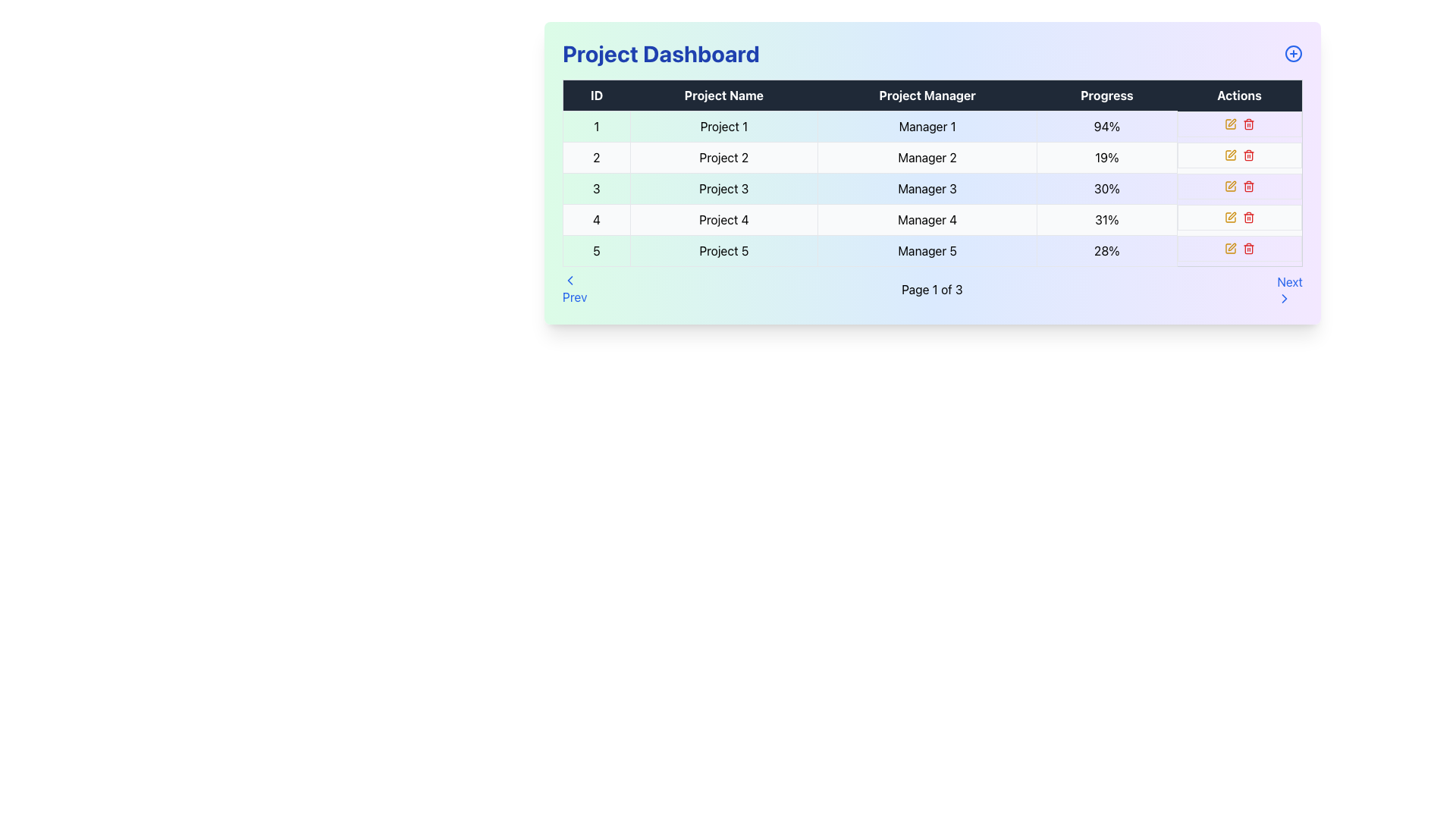  Describe the element at coordinates (723, 250) in the screenshot. I see `the static text indicating the name of the fifth project in the Project Dashboard table, located in the fifth row under the 'Project Name' column` at that location.